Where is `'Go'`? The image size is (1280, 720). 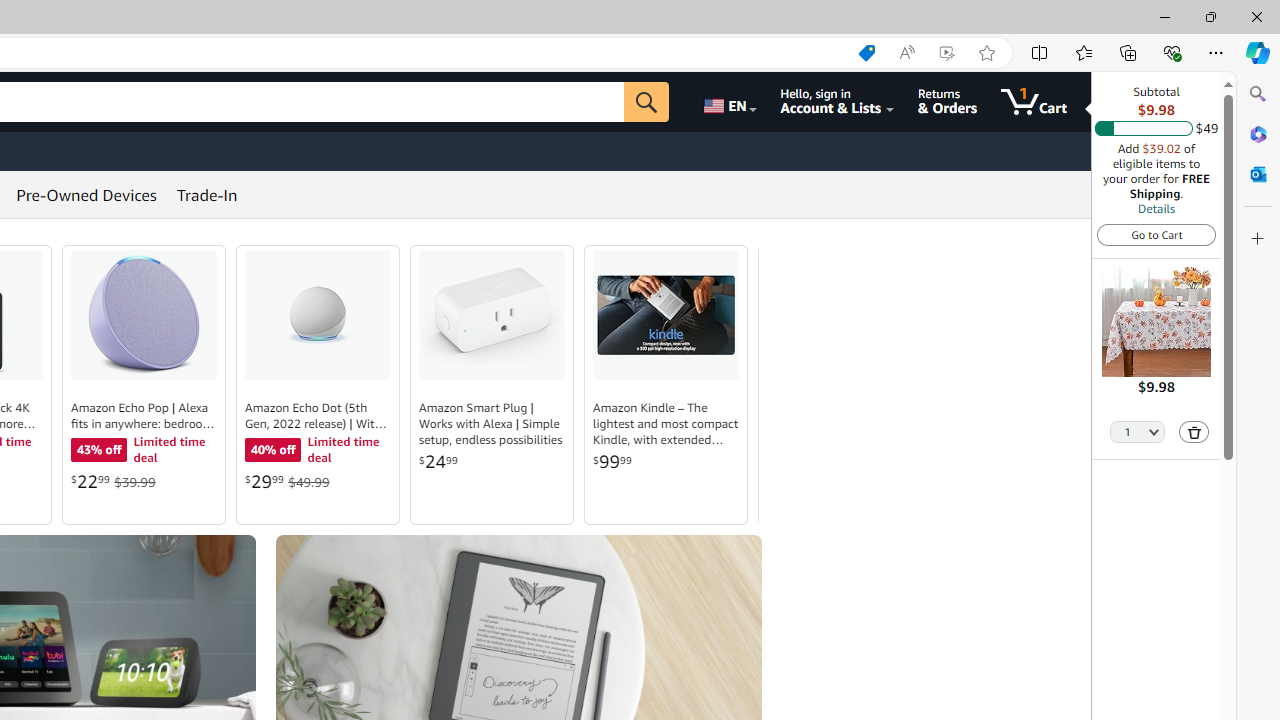 'Go' is located at coordinates (647, 101).